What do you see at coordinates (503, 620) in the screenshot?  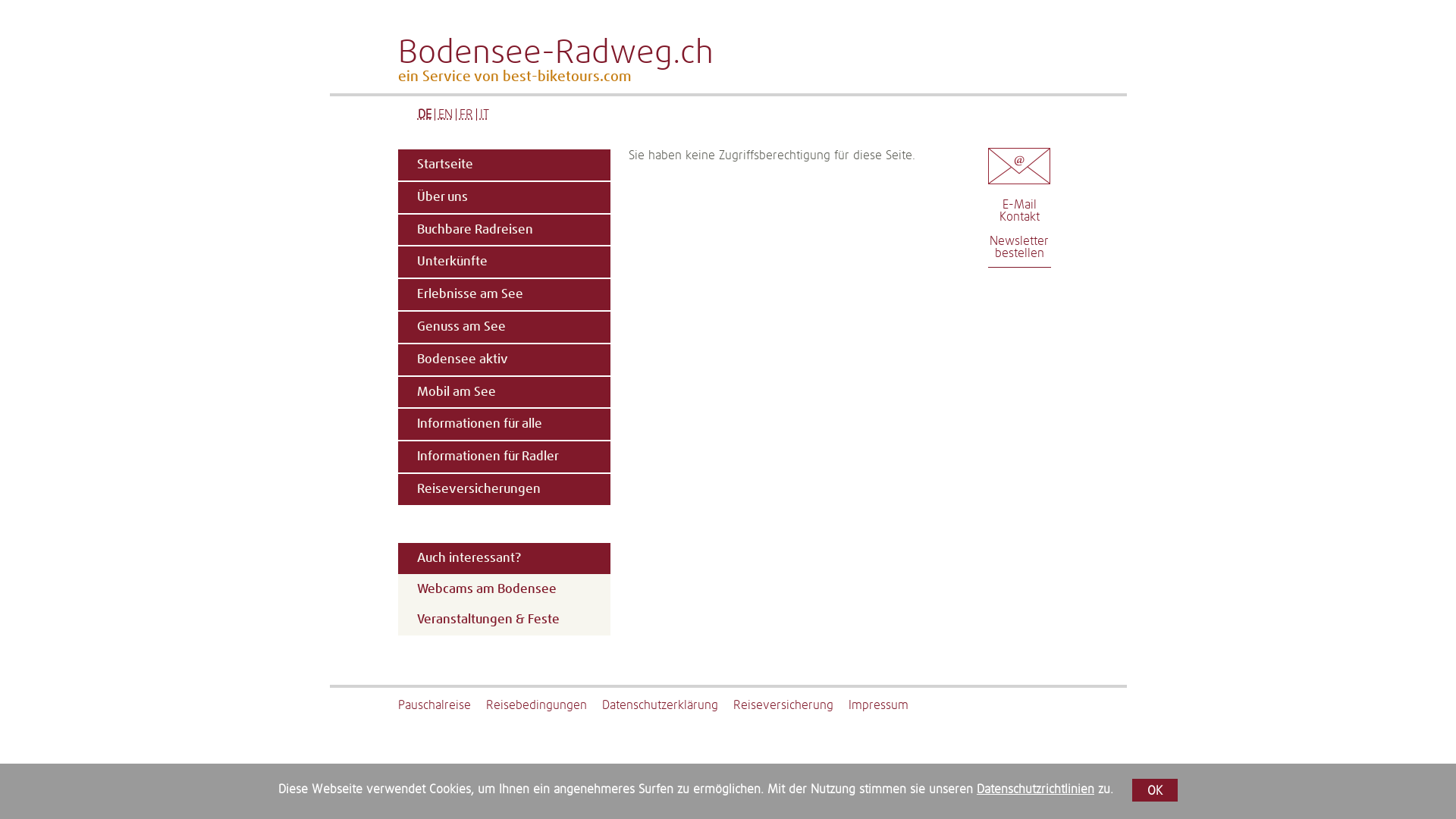 I see `'Veranstaltungen & Feste'` at bounding box center [503, 620].